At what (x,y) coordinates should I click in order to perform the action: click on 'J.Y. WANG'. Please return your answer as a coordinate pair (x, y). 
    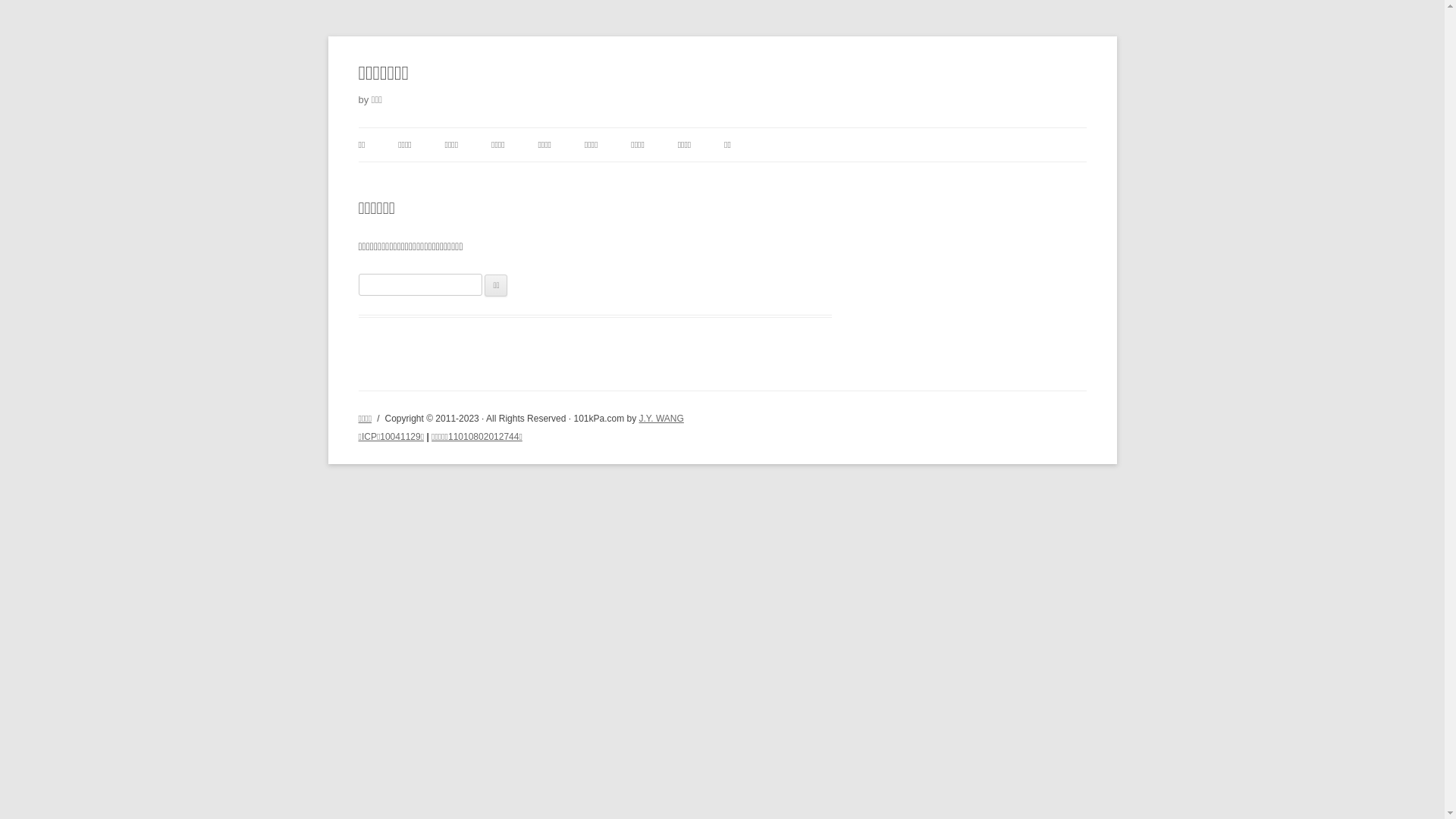
    Looking at the image, I should click on (639, 418).